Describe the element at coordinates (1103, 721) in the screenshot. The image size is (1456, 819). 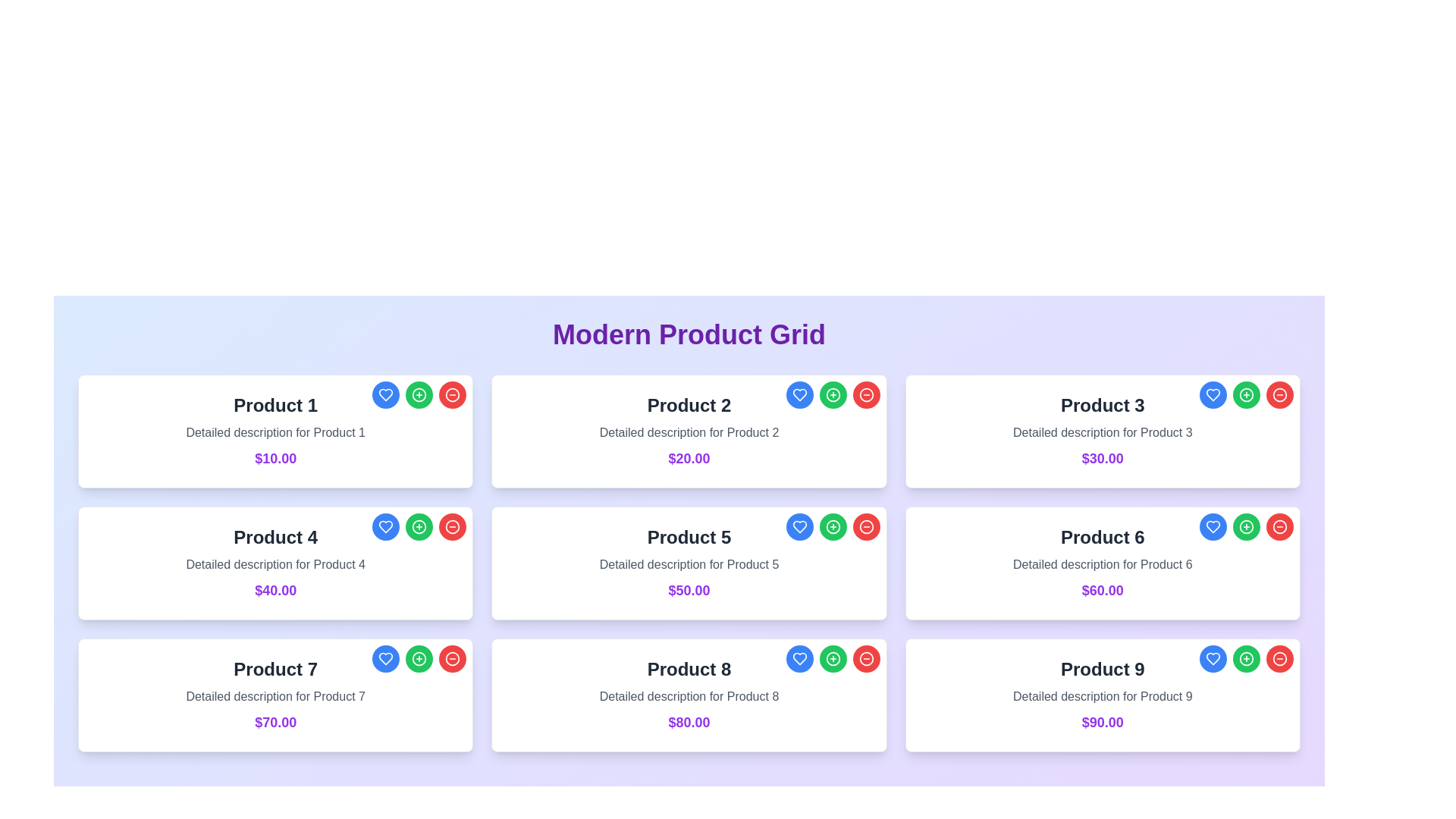
I see `the price text label located at the bottom of the 'Product 9' card component, which displays the product's cost` at that location.